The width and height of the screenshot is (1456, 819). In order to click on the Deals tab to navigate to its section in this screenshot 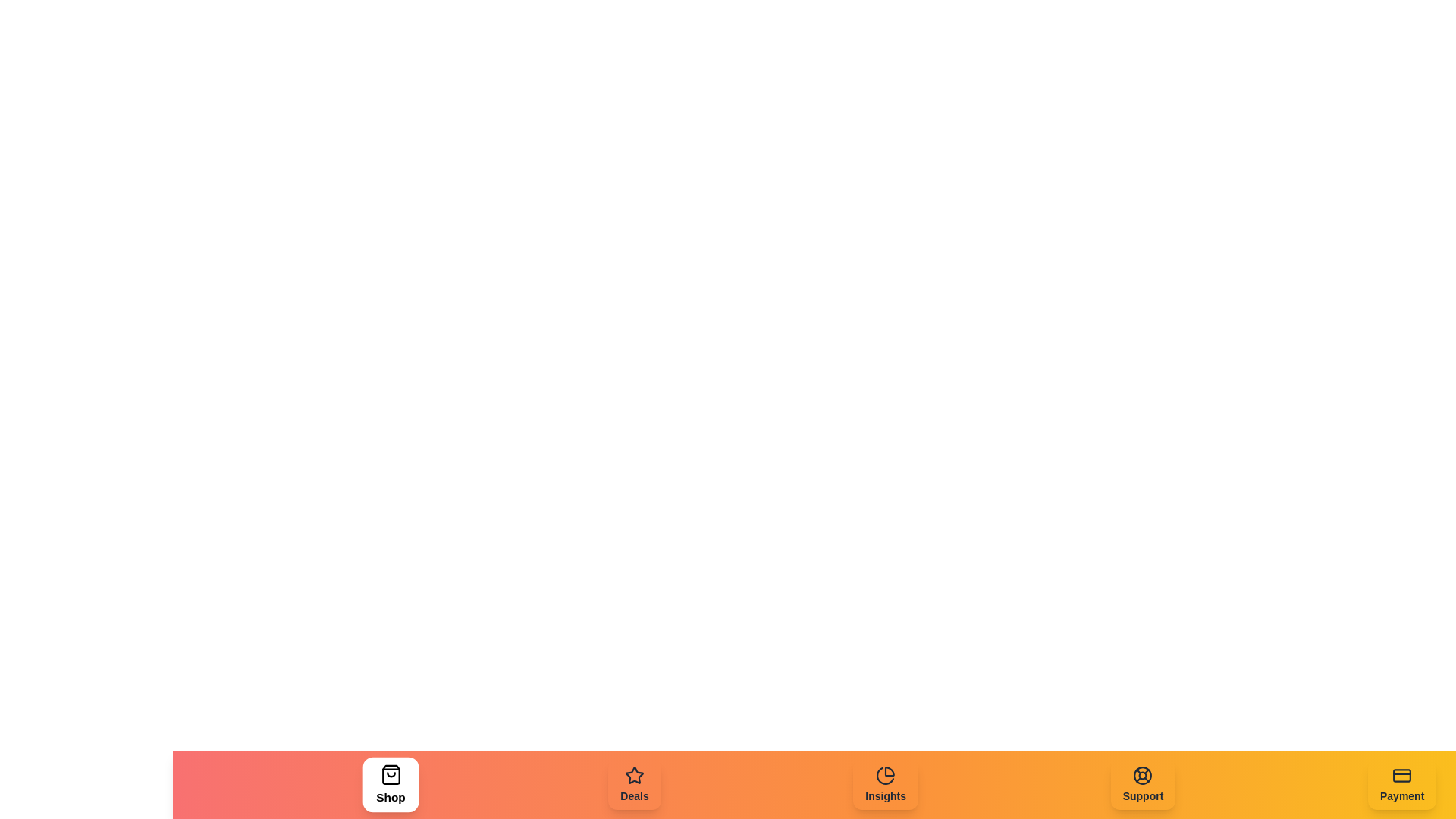, I will do `click(634, 784)`.